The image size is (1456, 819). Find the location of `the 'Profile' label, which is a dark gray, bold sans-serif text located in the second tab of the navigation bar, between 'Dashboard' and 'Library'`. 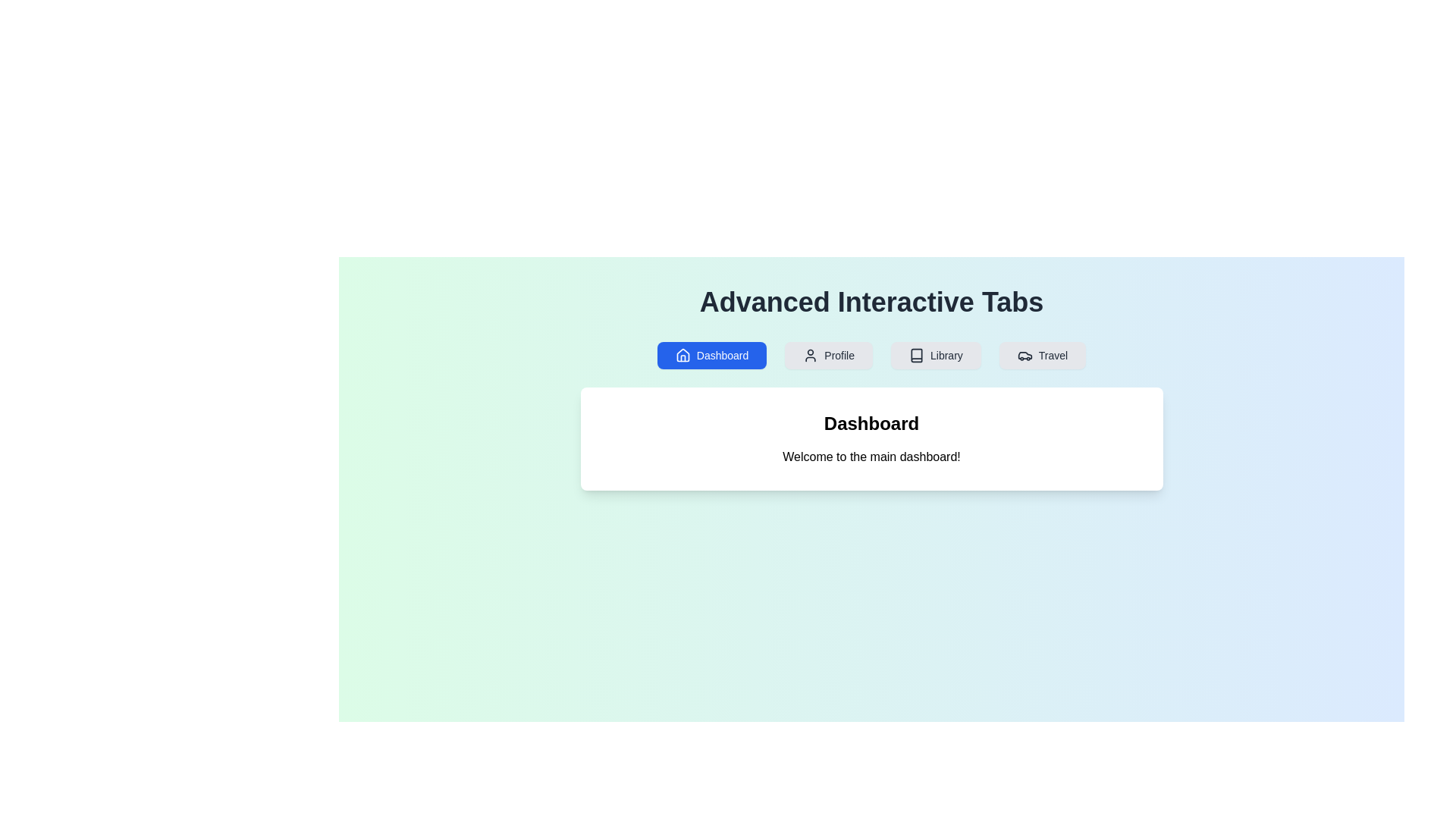

the 'Profile' label, which is a dark gray, bold sans-serif text located in the second tab of the navigation bar, between 'Dashboard' and 'Library' is located at coordinates (839, 356).